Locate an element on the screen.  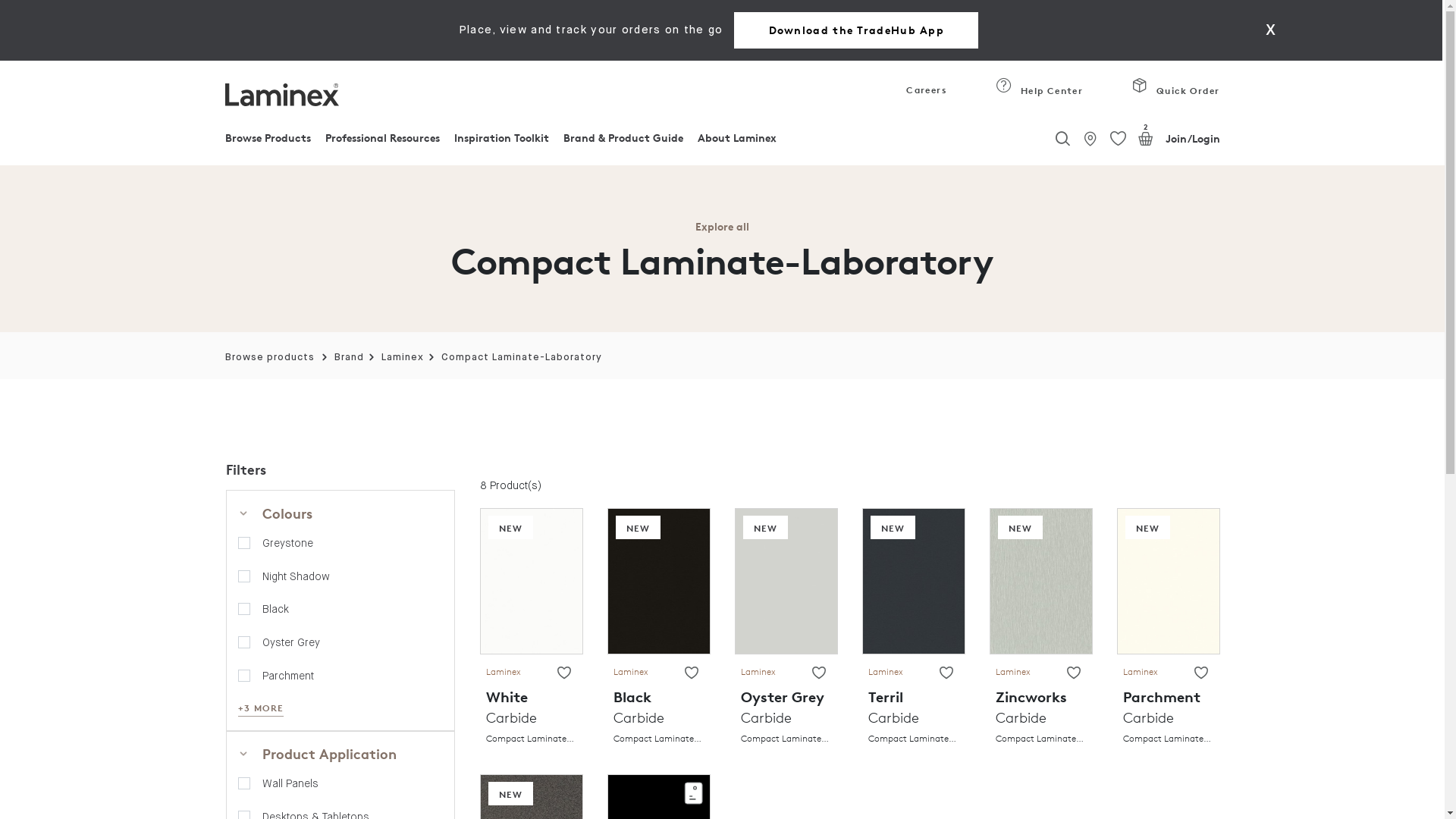
'Terril' is located at coordinates (912, 579).